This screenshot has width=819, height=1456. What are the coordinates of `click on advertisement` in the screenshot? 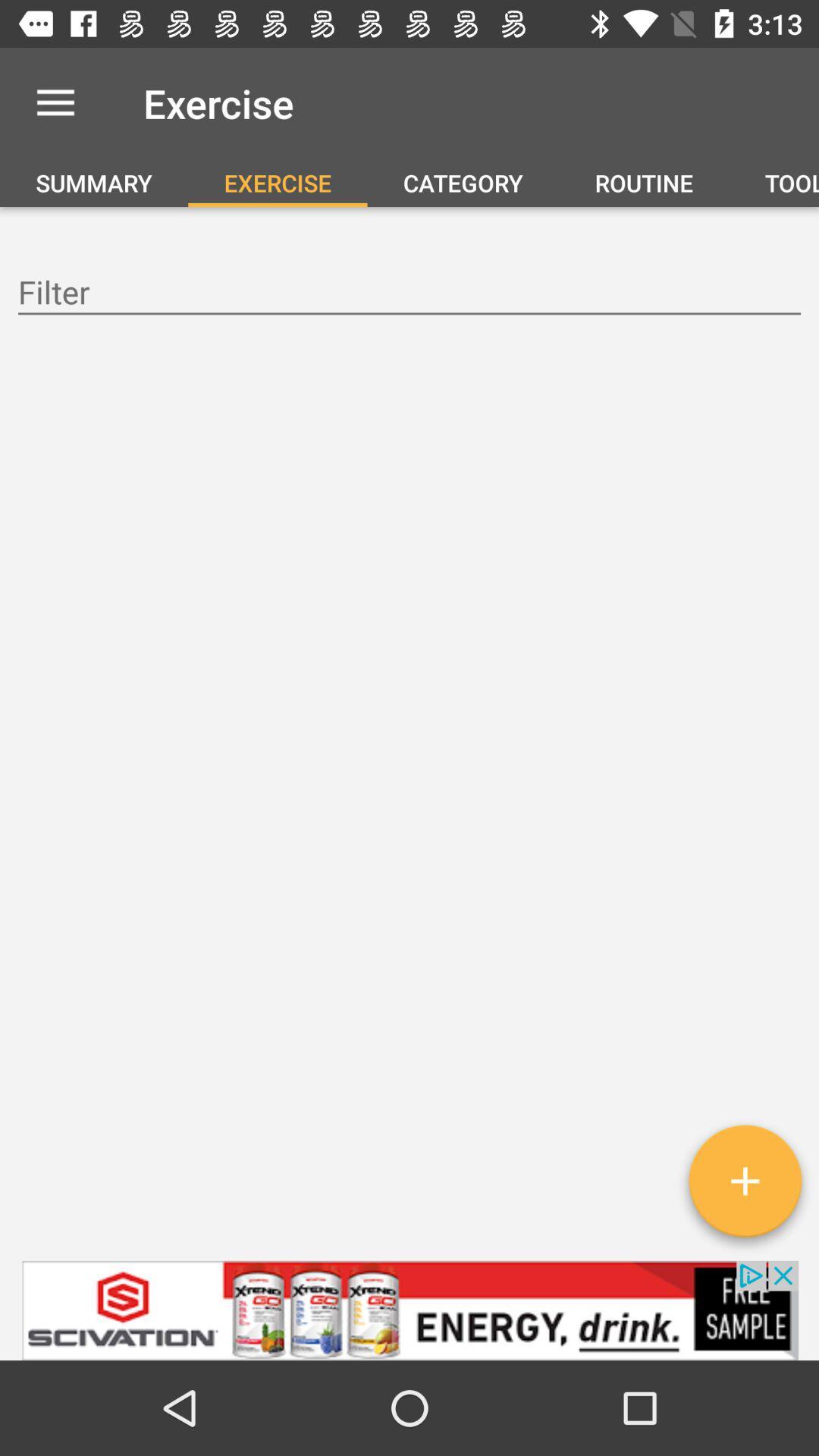 It's located at (409, 1310).